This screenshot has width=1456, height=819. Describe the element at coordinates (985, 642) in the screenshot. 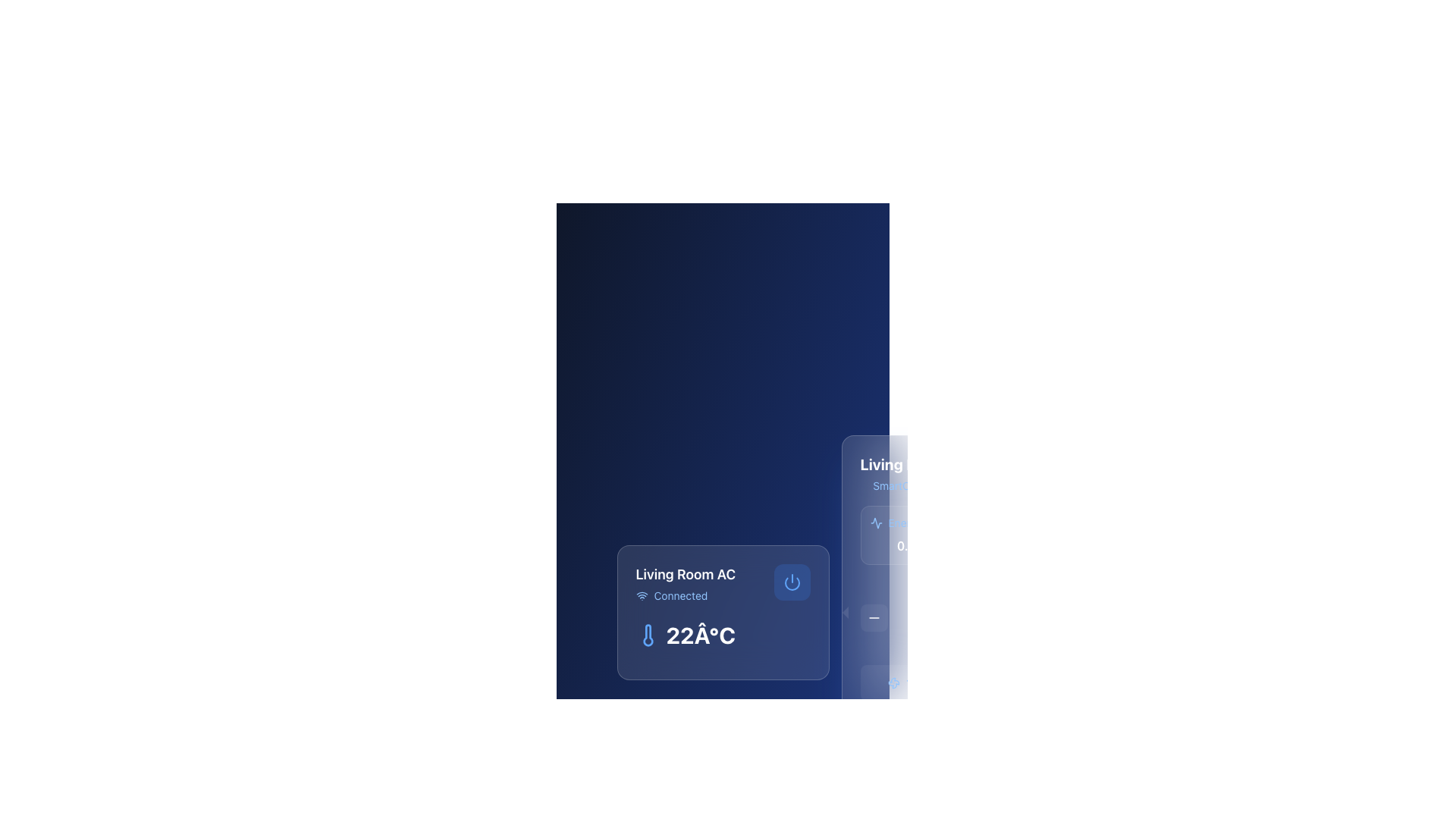

I see `the decrement button for the Temperature and Fan Speed information display, which is styled with subdued blue titles and prominent white and blue values` at that location.